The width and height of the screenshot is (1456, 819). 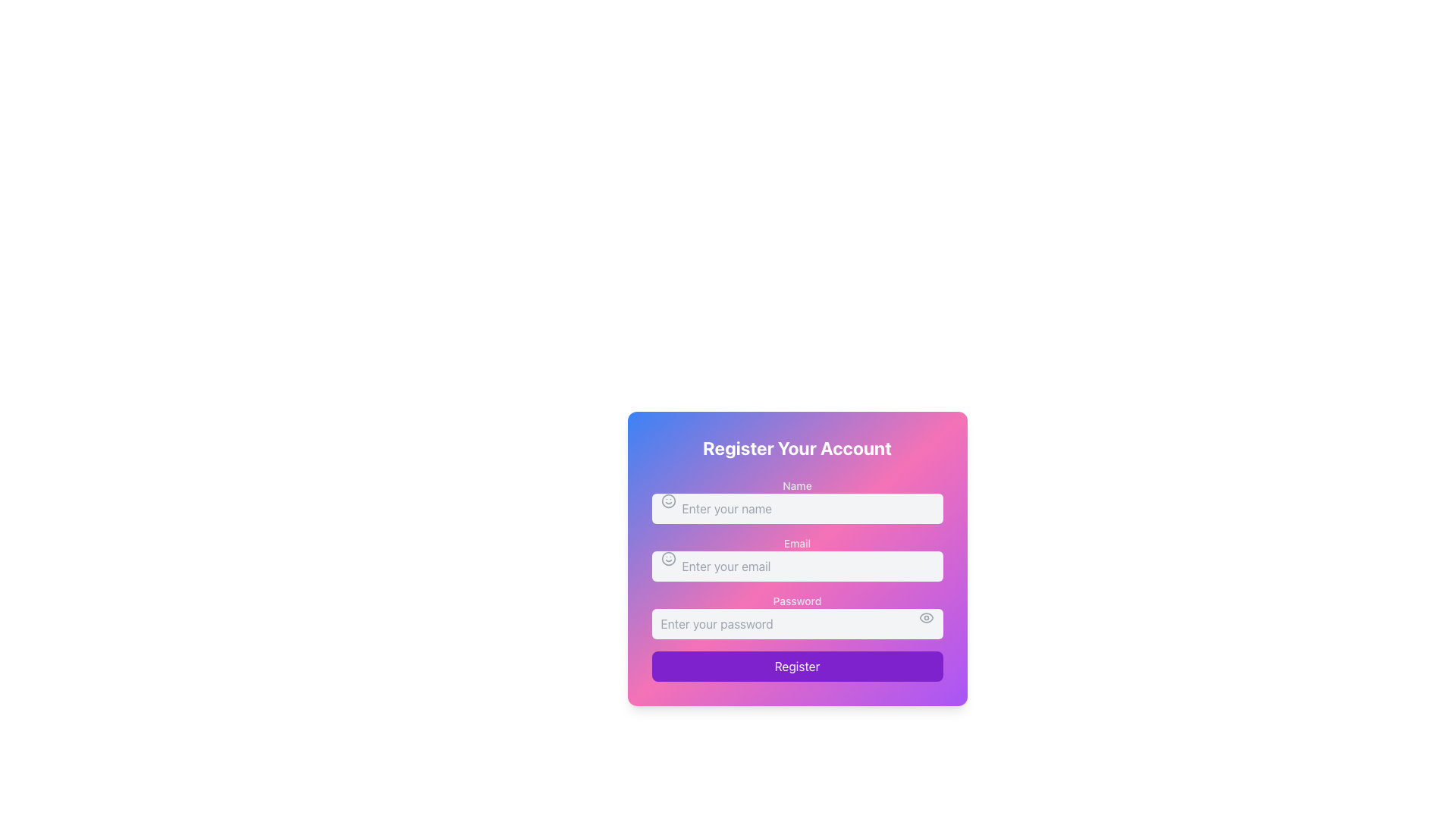 I want to click on the decorative circle within the SVG icon of a smiley face, which is located to the left of the Email input field, so click(x=667, y=558).